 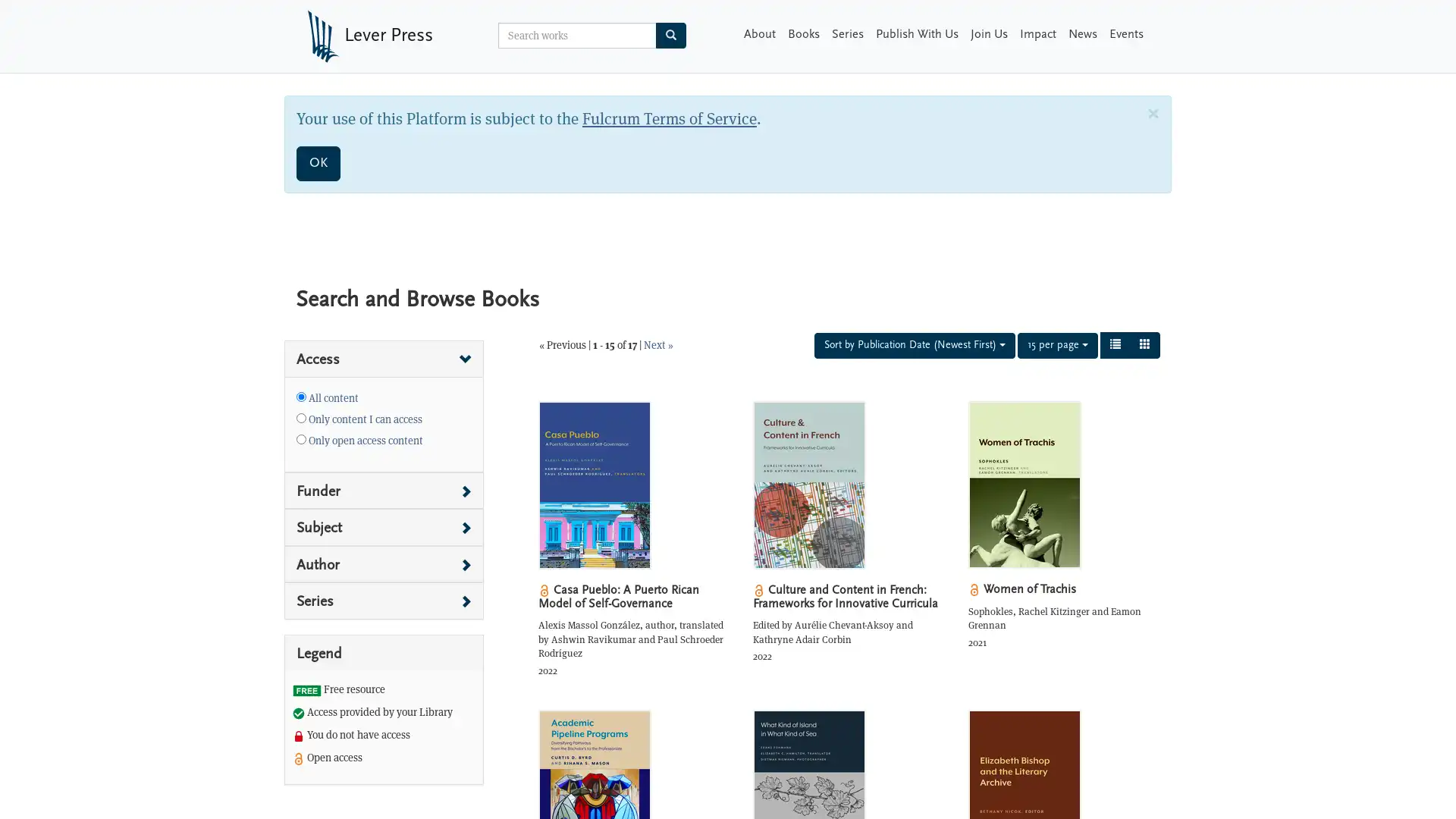 What do you see at coordinates (670, 34) in the screenshot?
I see `Search` at bounding box center [670, 34].